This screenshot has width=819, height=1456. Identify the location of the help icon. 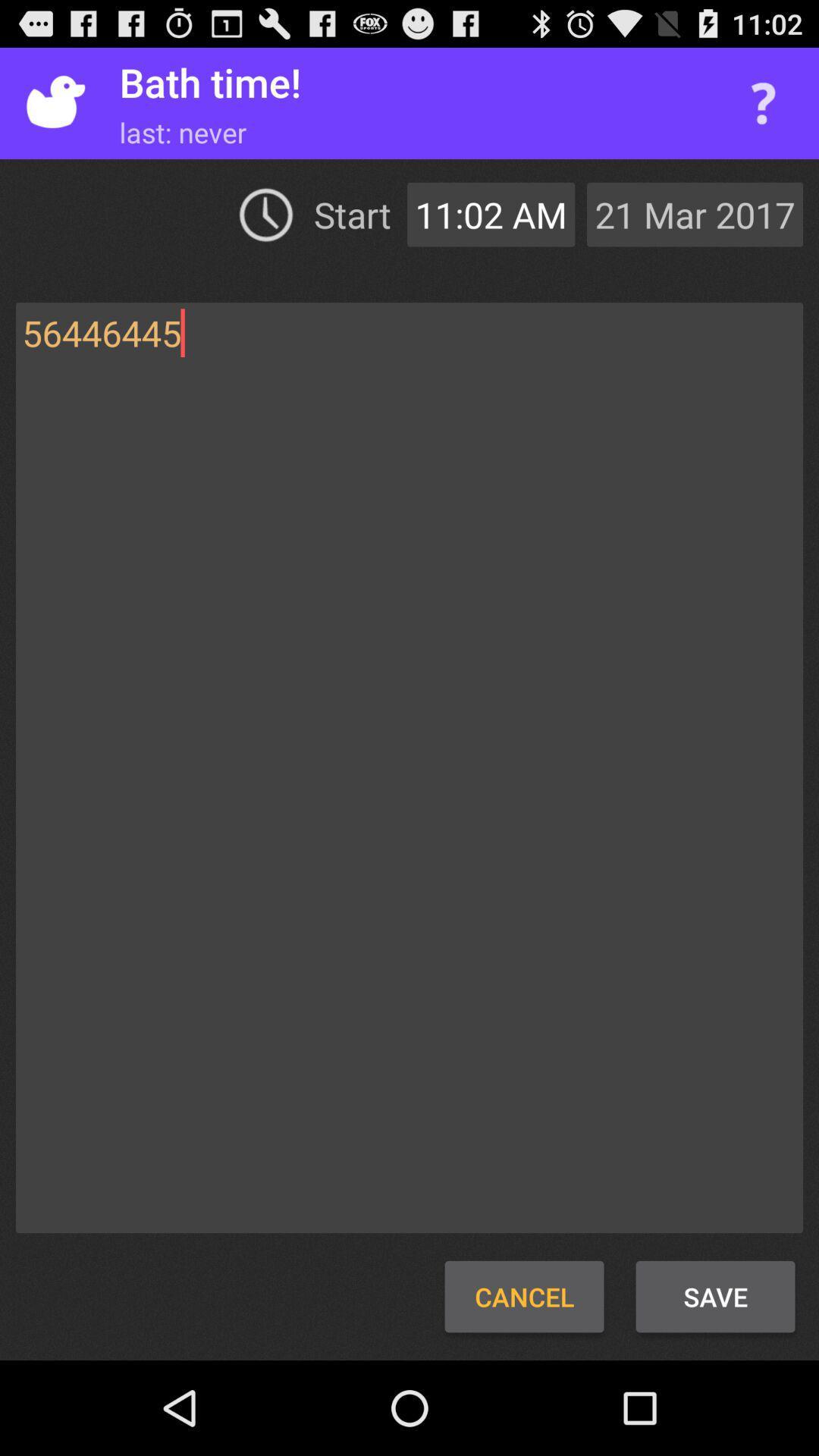
(763, 110).